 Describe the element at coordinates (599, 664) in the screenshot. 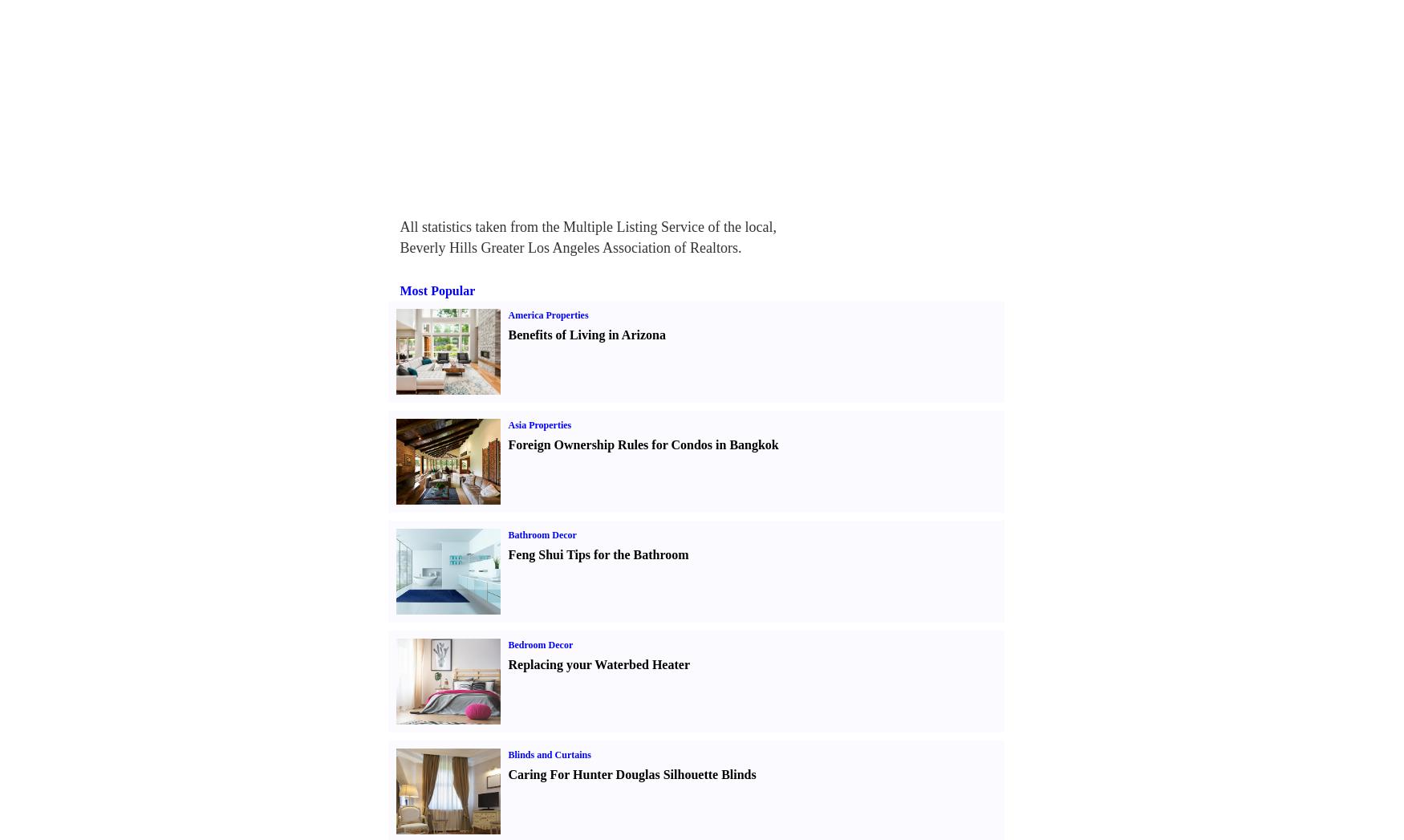

I see `'Replacing your Waterbed Heater'` at that location.